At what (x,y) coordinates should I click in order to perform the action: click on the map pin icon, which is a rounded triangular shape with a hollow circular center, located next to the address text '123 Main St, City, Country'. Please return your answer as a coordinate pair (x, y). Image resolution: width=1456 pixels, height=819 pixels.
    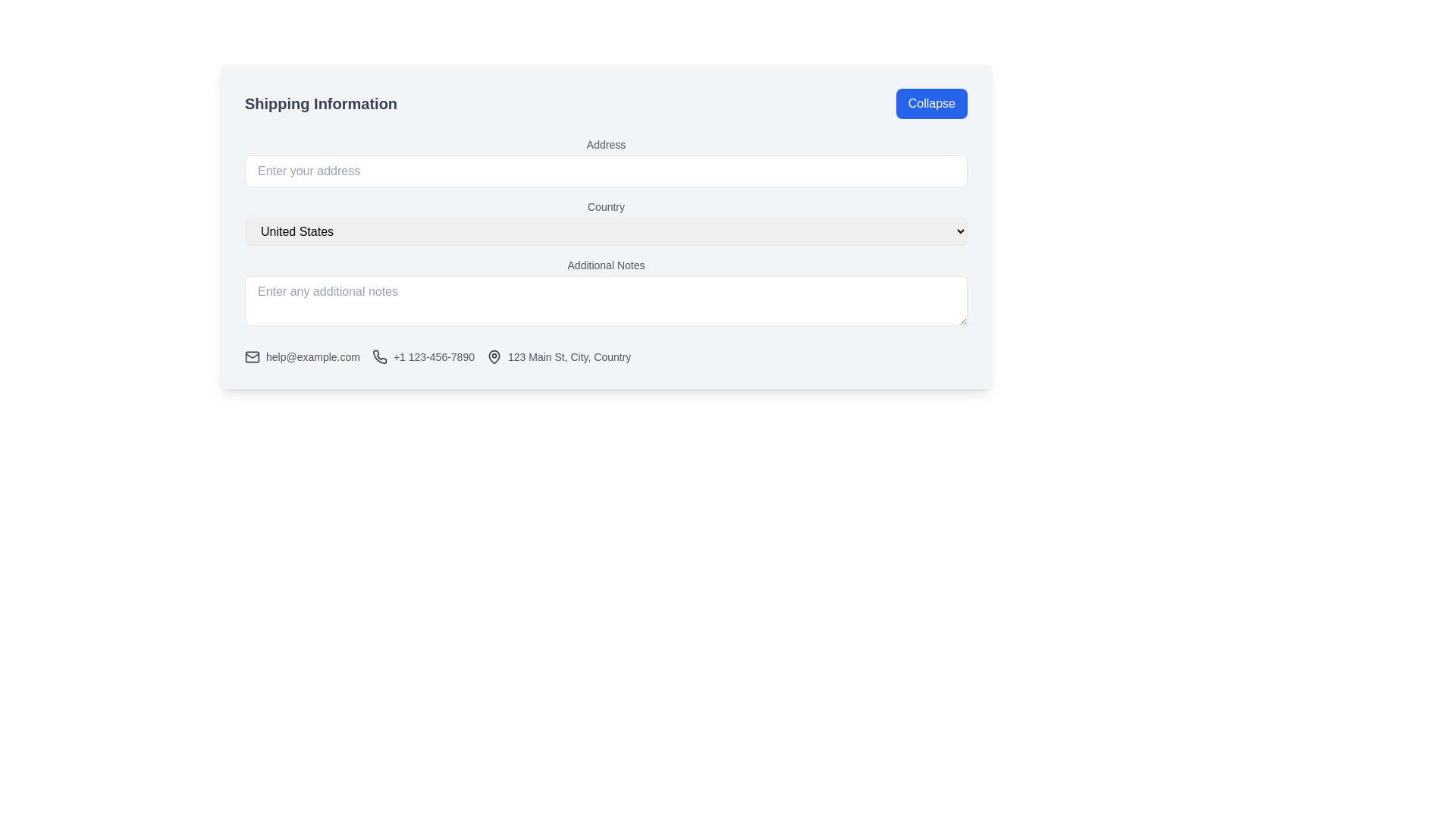
    Looking at the image, I should click on (494, 356).